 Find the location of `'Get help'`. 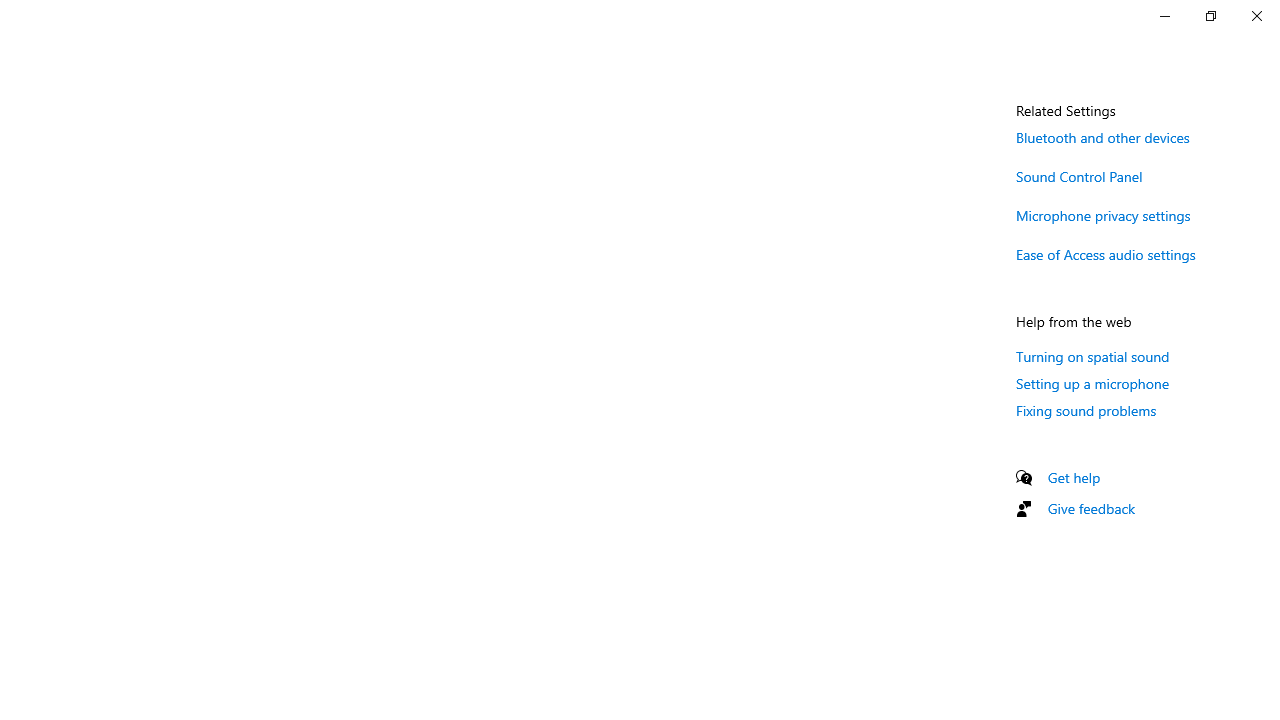

'Get help' is located at coordinates (1073, 477).